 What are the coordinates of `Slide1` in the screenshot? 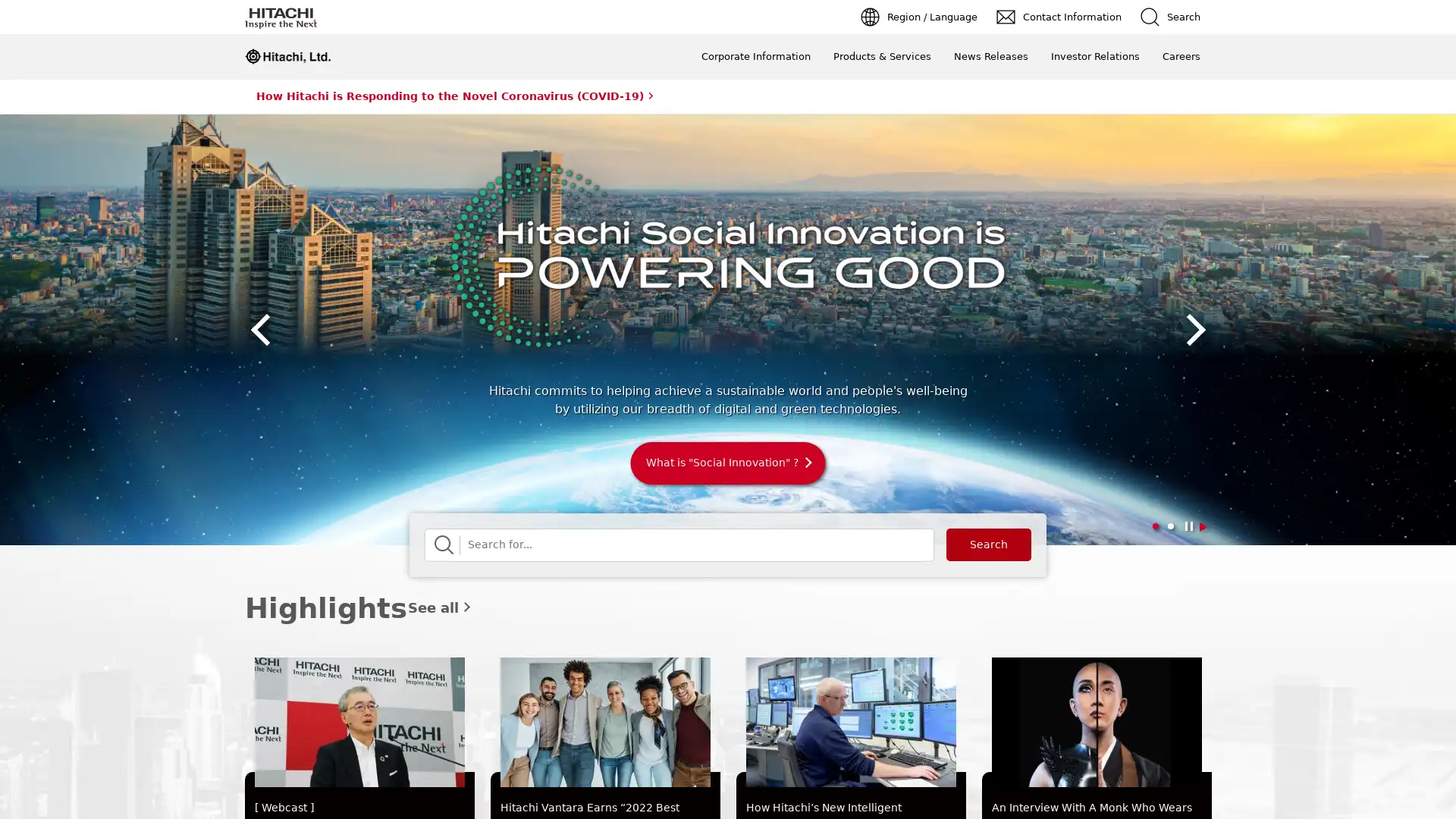 It's located at (1153, 526).